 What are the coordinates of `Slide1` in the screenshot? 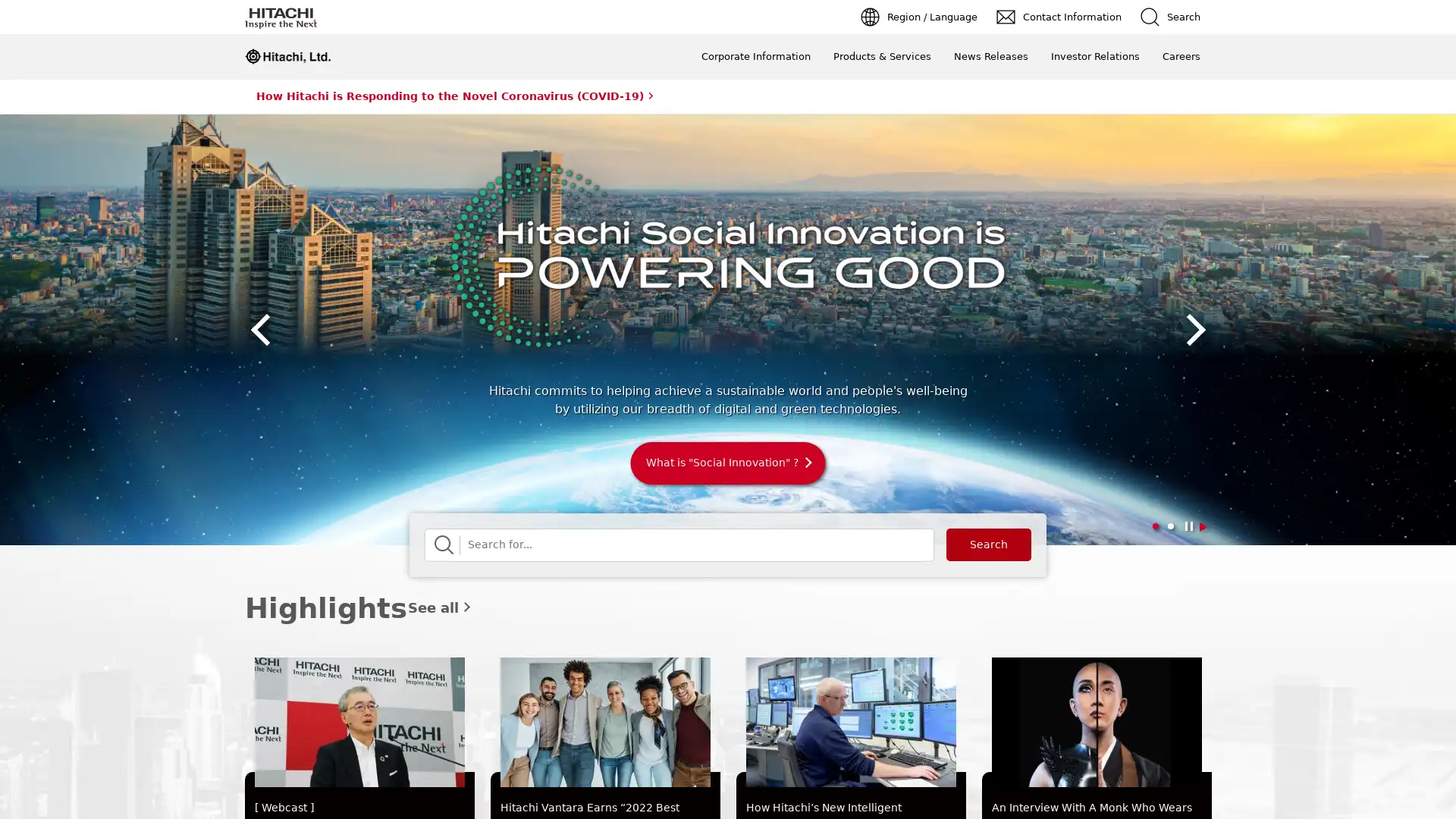 It's located at (1153, 526).